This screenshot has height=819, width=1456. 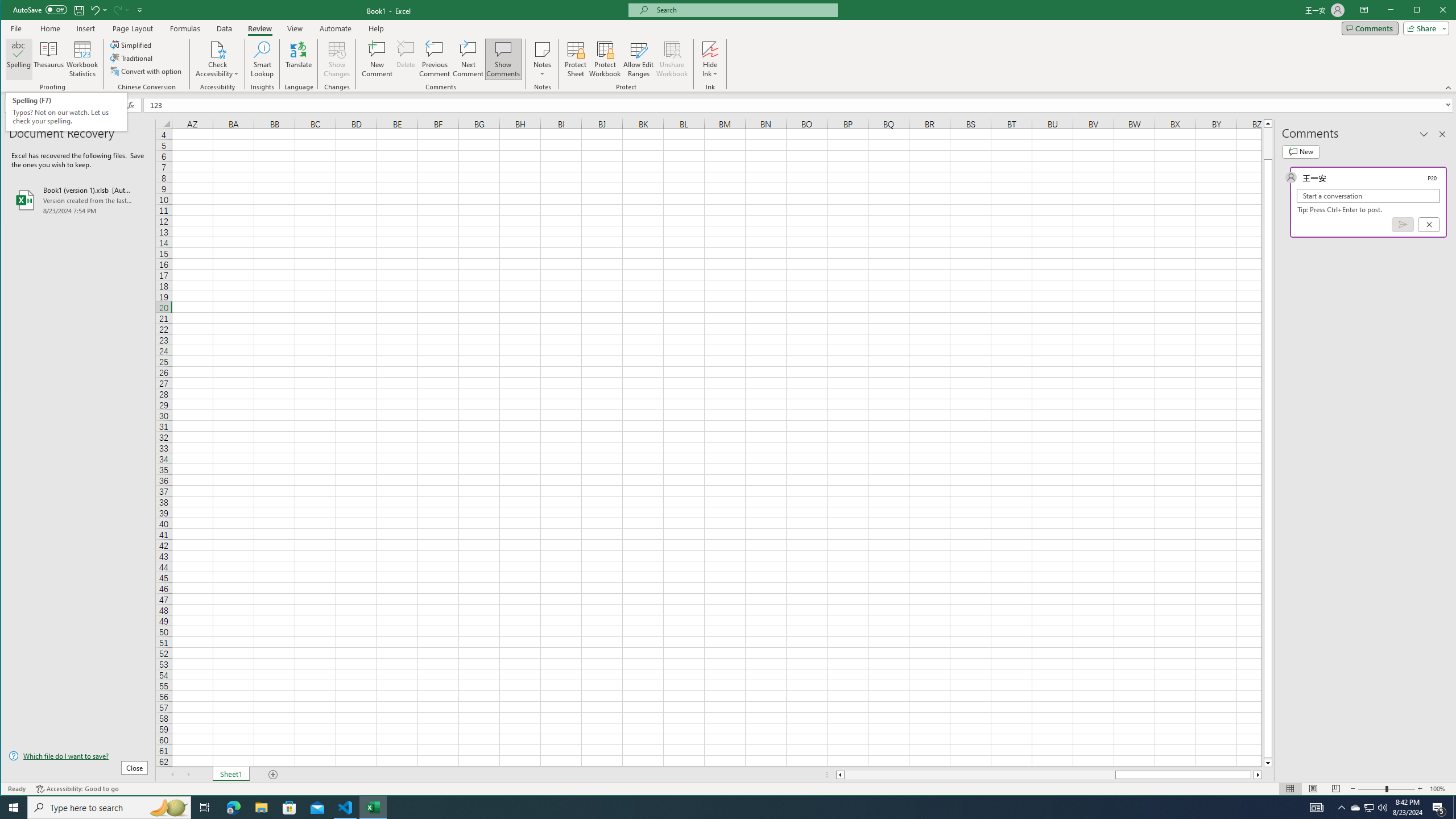 What do you see at coordinates (233, 806) in the screenshot?
I see `'Microsoft Edge'` at bounding box center [233, 806].